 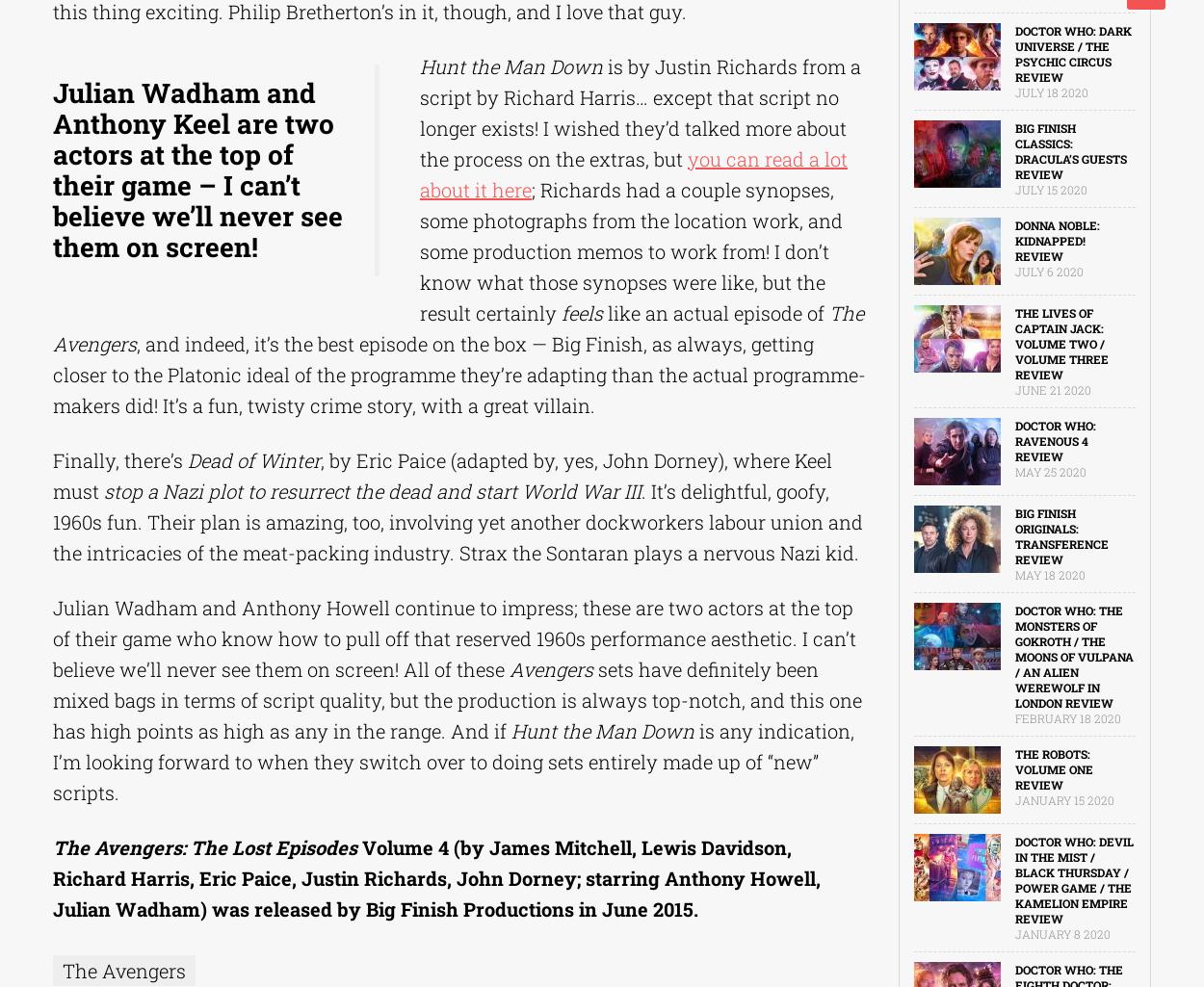 What do you see at coordinates (435, 876) in the screenshot?
I see `'Volume 4 (by James Mitchell, Lewis Davidson, Richard Harris, Eric Paice, Justin Richards, John Dorney; starring Anthony Howell, Julian Wadham) was released by Big Finish Productions in June 2015.'` at bounding box center [435, 876].